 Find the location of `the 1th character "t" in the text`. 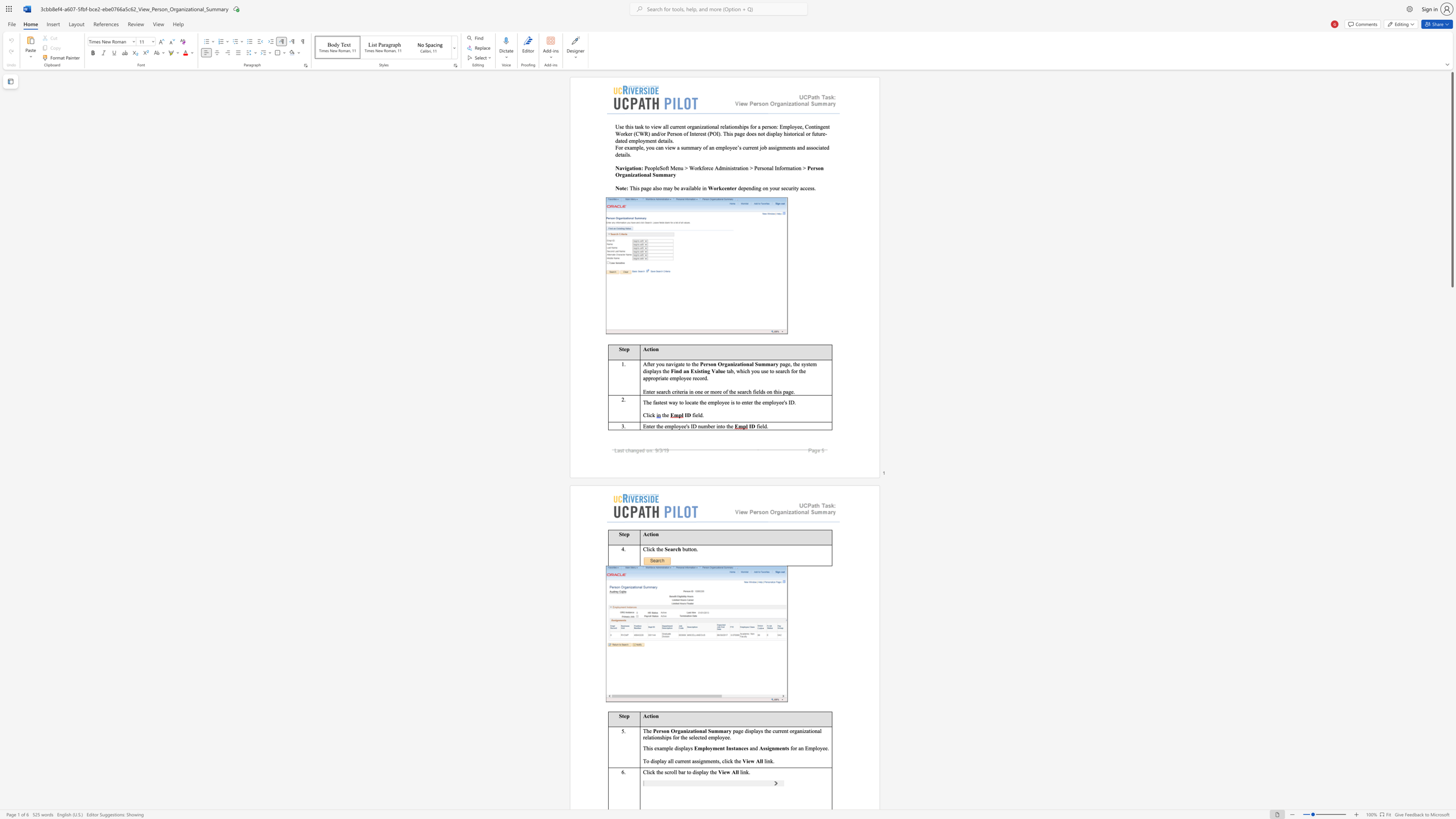

the 1th character "t" in the text is located at coordinates (741, 363).